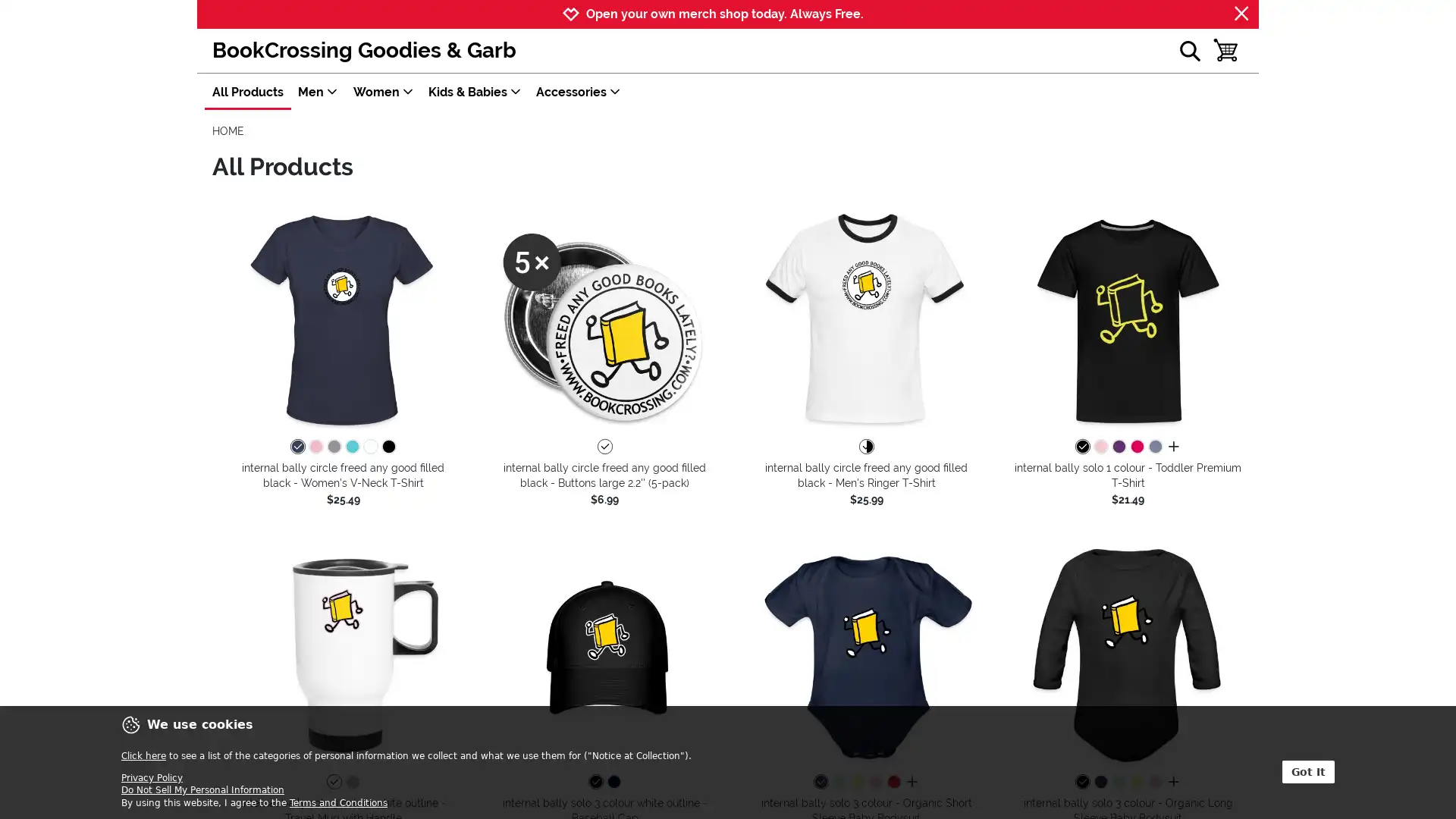 The image size is (1456, 819). What do you see at coordinates (1128, 318) in the screenshot?
I see `internal bally solo 1 colour - Toddler Premium T-Shirt` at bounding box center [1128, 318].